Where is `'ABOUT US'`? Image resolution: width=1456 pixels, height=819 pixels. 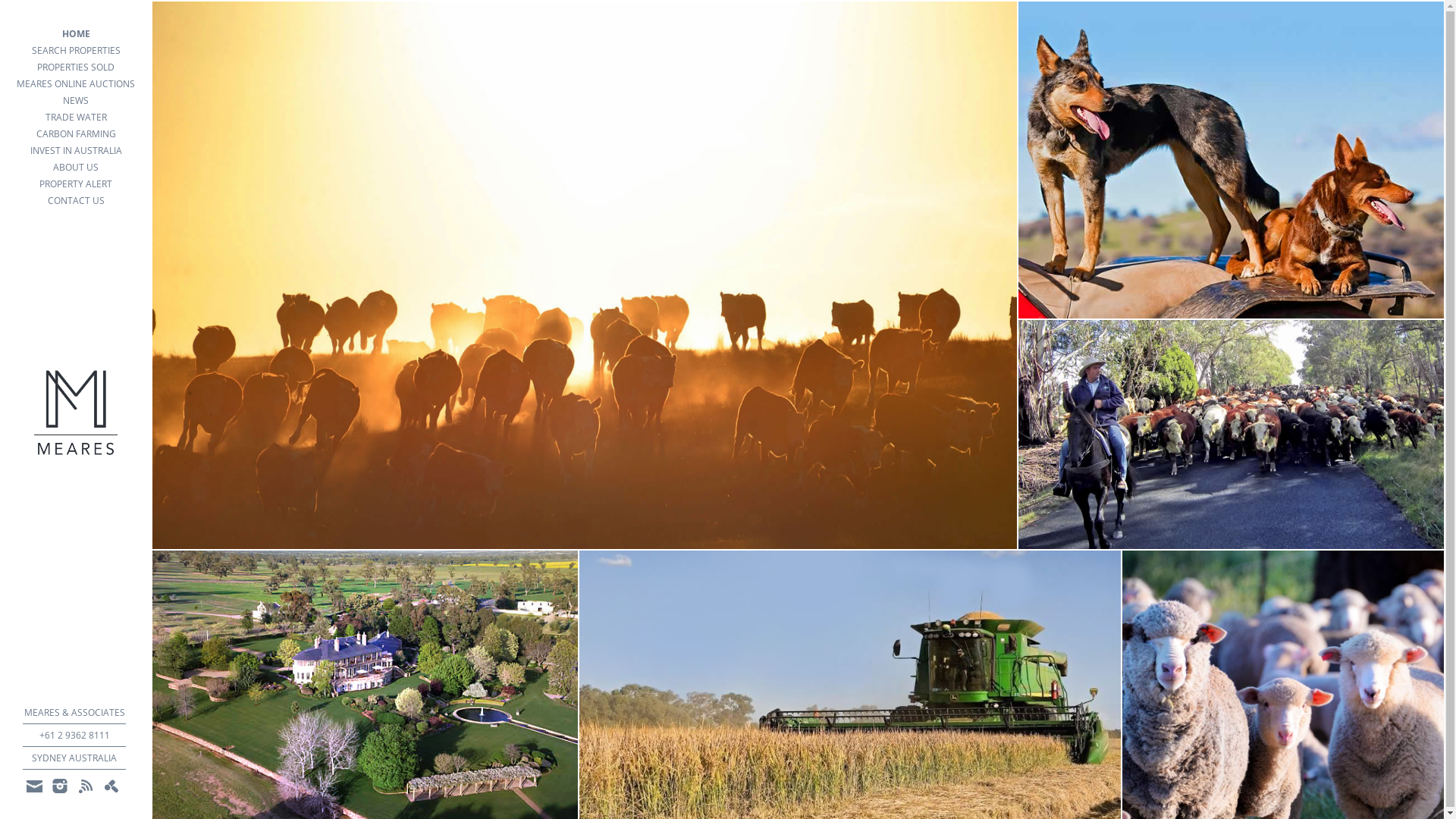
'ABOUT US' is located at coordinates (75, 167).